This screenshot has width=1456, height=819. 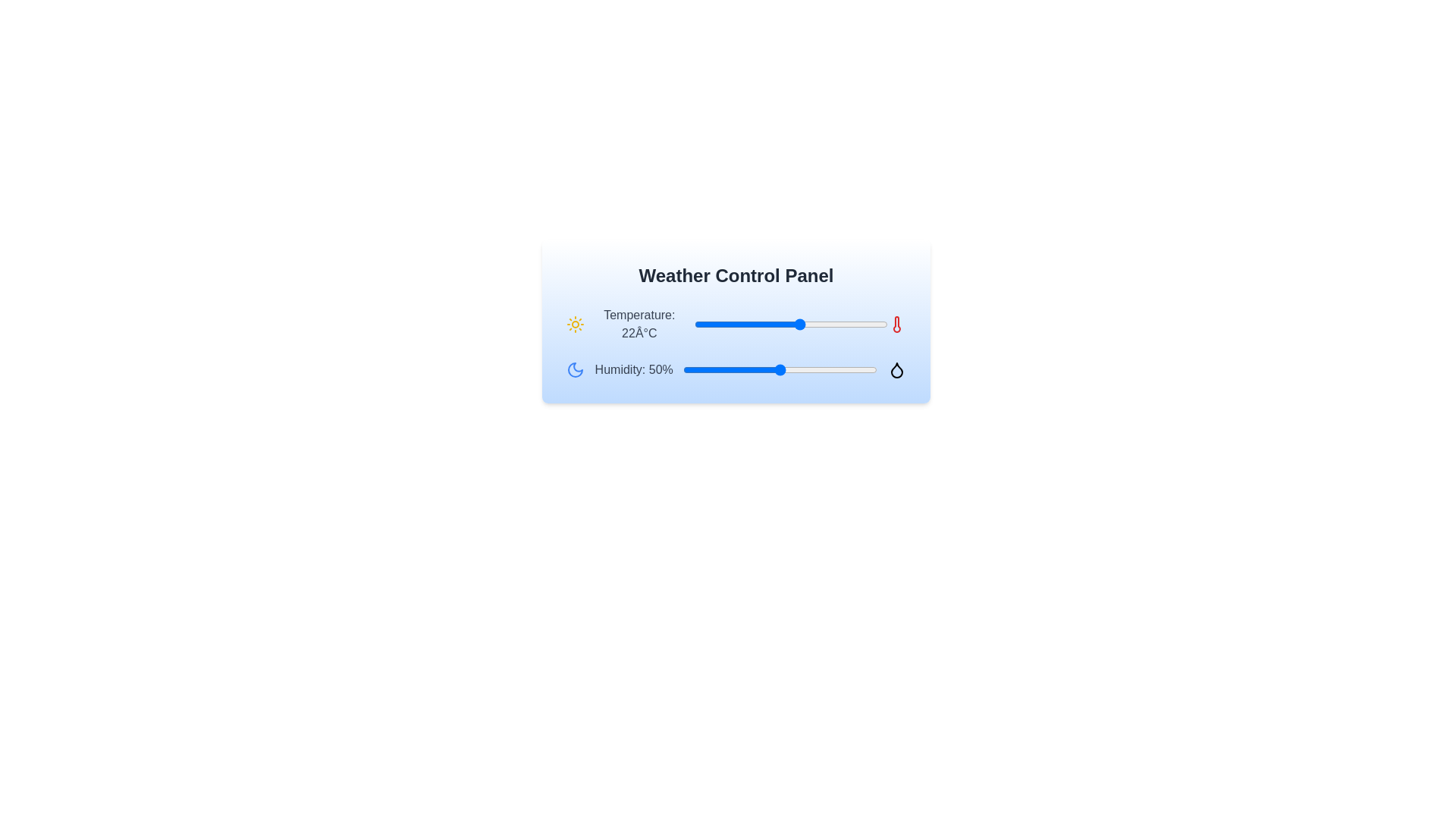 What do you see at coordinates (854, 324) in the screenshot?
I see `the temperature slider to set the temperature to 33°C` at bounding box center [854, 324].